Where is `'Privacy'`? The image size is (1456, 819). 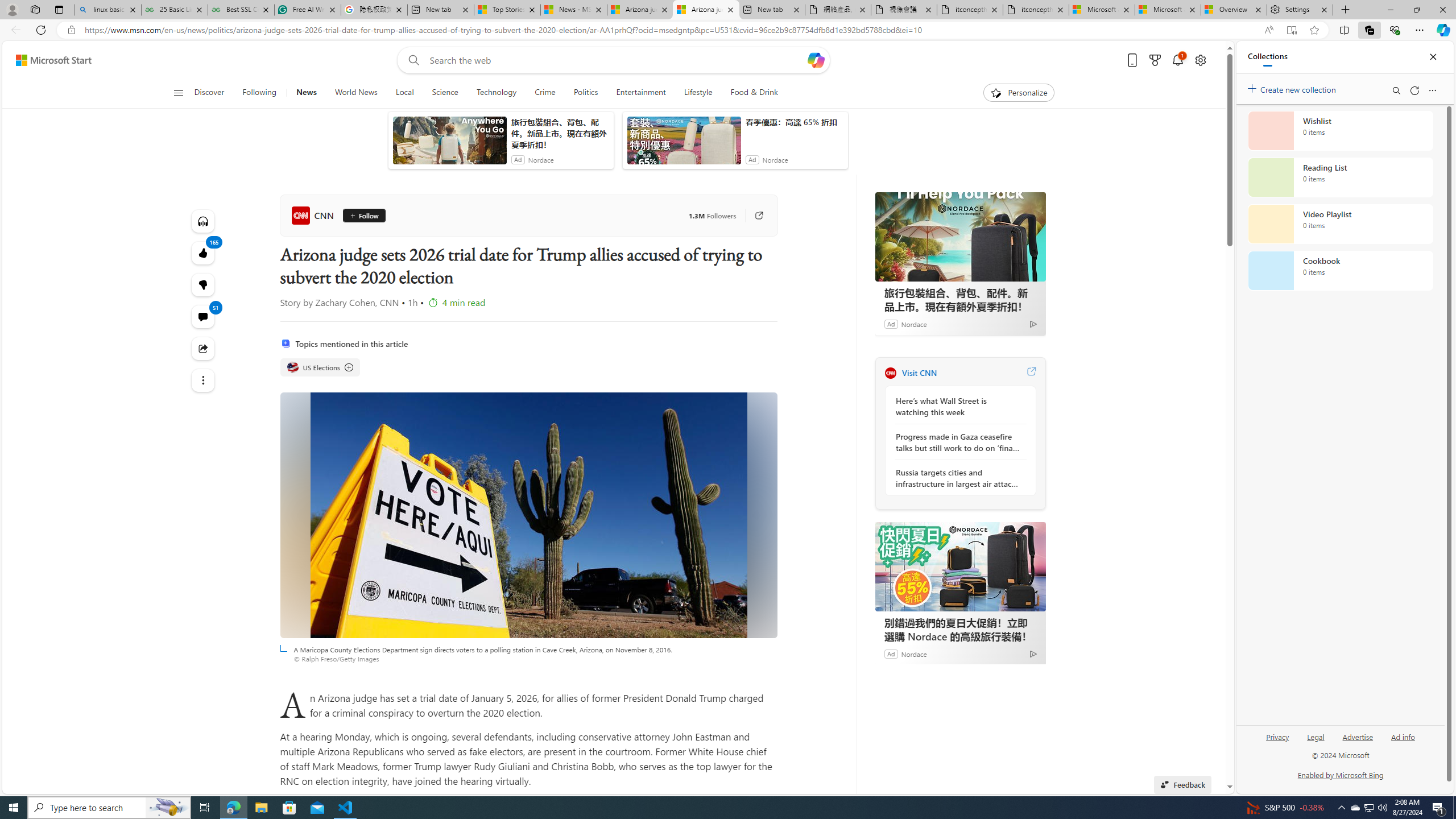 'Privacy' is located at coordinates (1277, 741).